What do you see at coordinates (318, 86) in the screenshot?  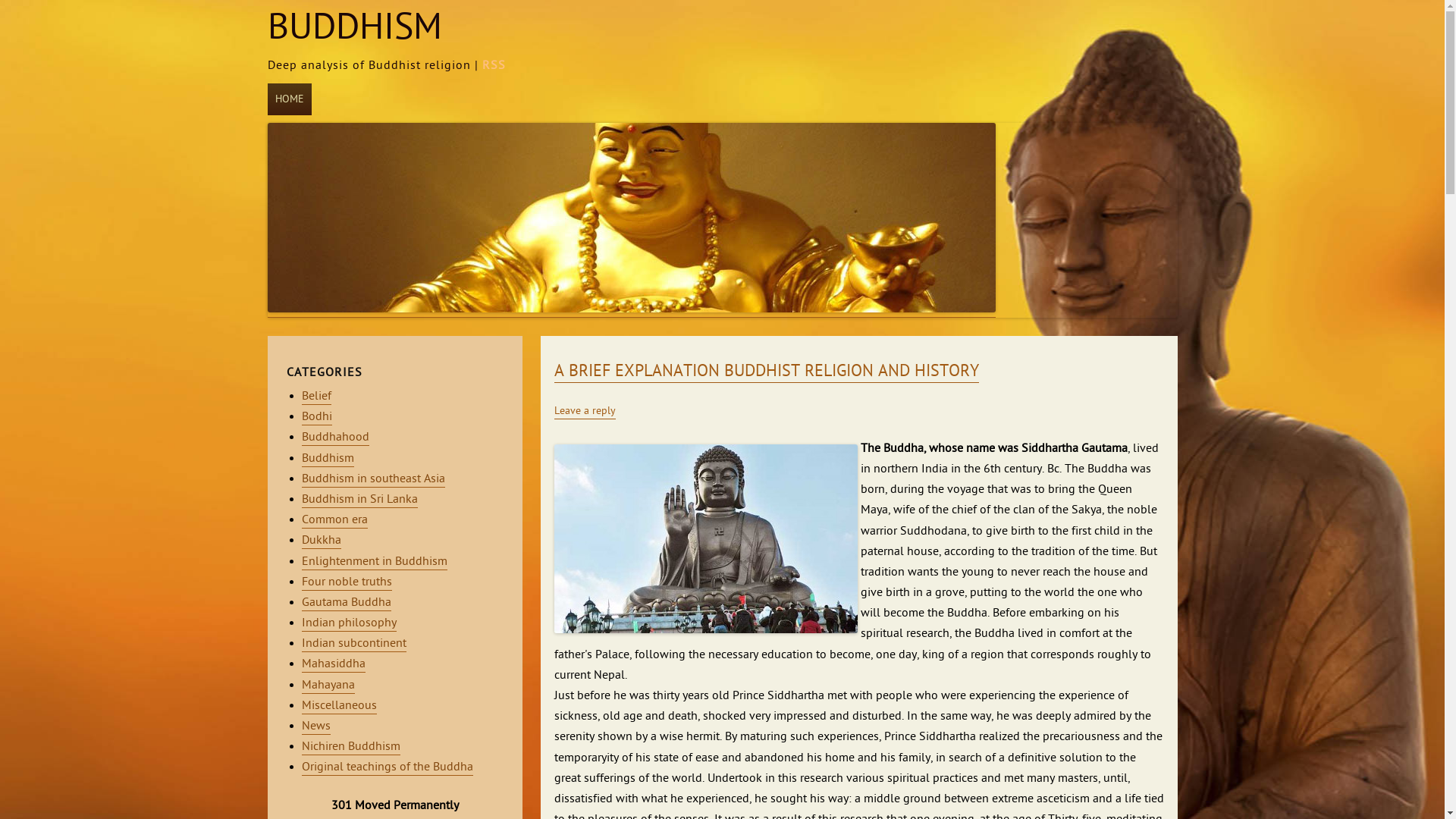 I see `'Skip to content'` at bounding box center [318, 86].